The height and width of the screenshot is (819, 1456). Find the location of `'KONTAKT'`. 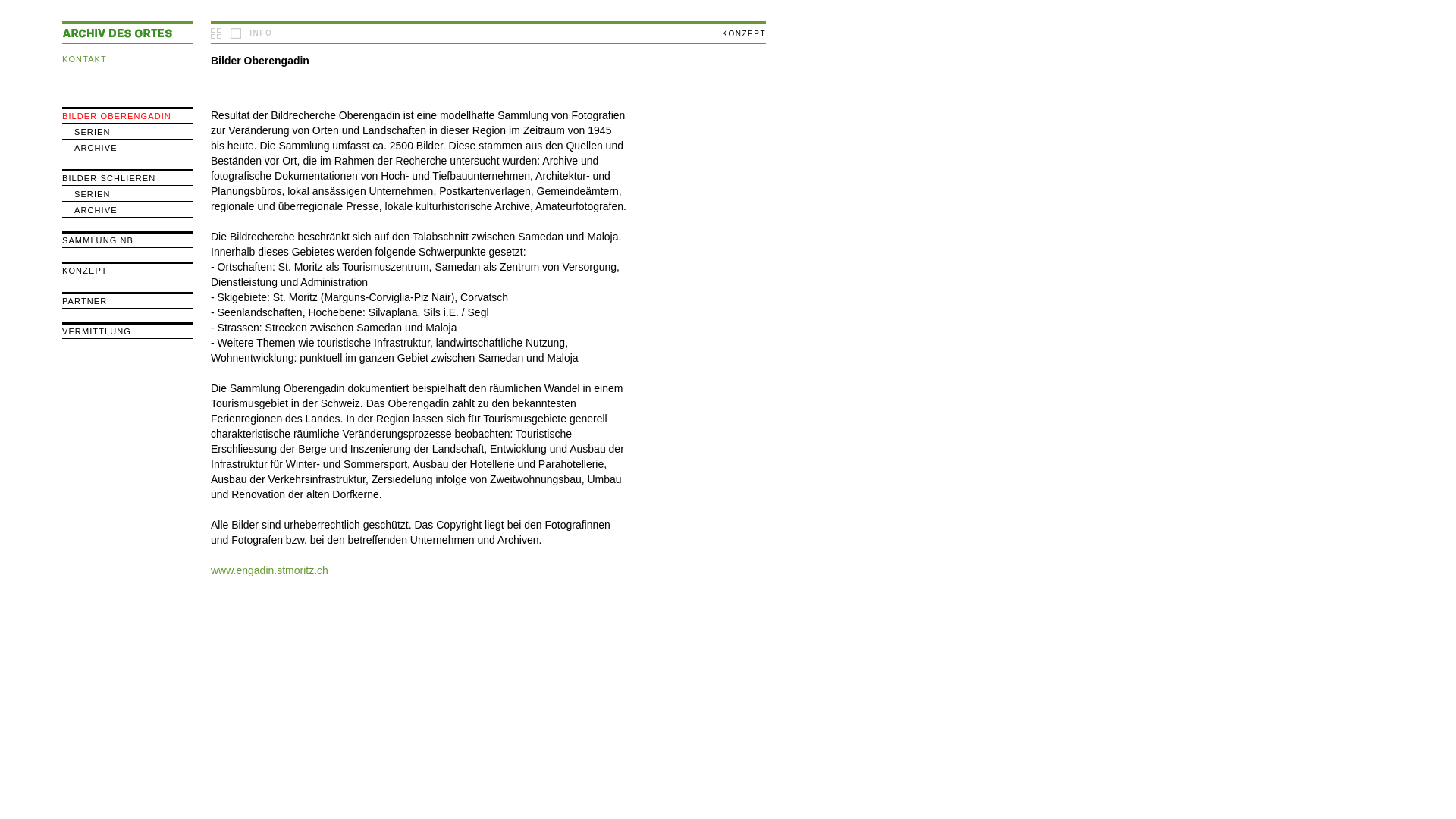

'KONTAKT' is located at coordinates (83, 58).